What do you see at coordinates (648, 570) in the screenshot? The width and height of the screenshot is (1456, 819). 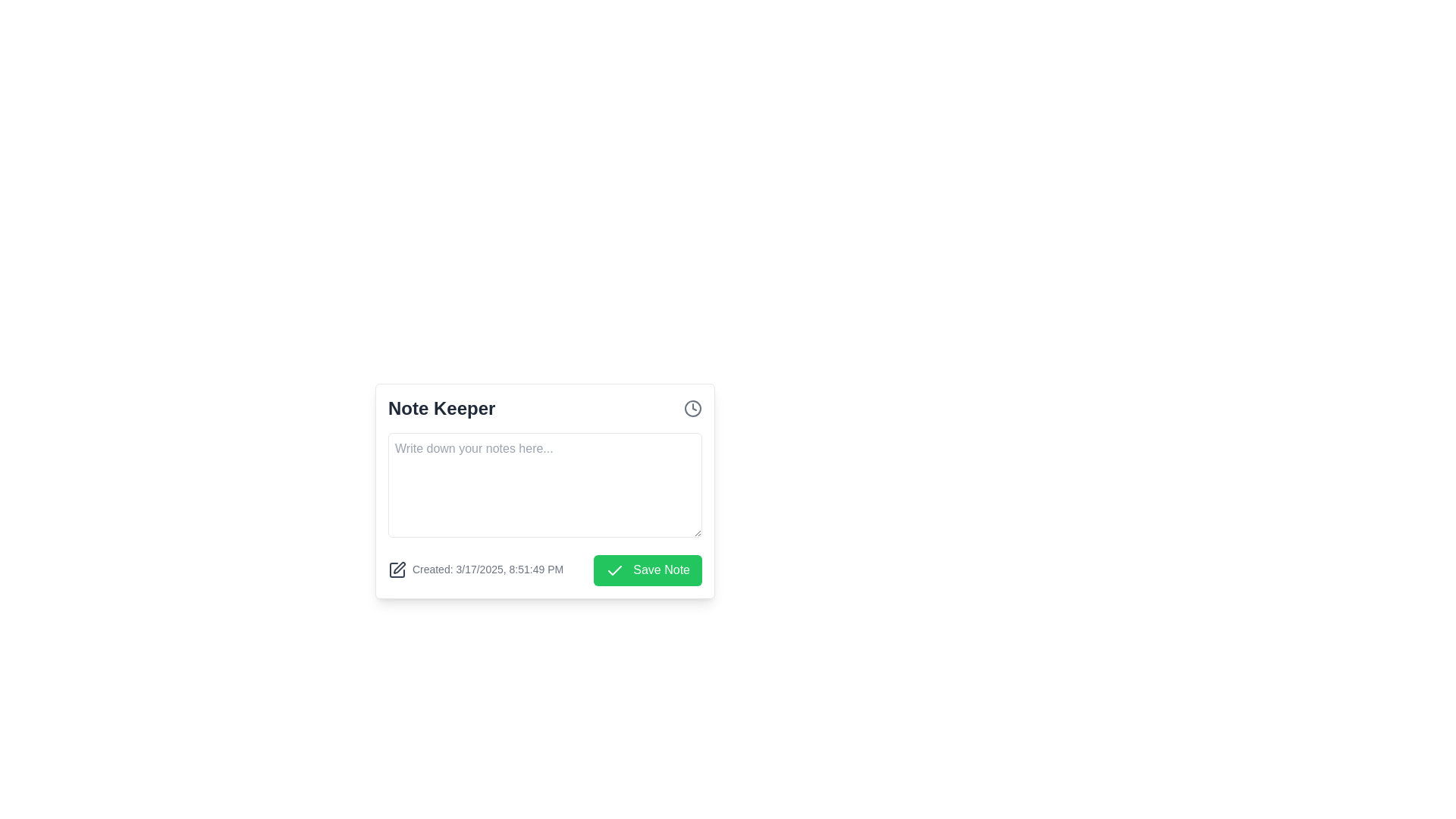 I see `the 'Save Note' button with a green background and white text` at bounding box center [648, 570].